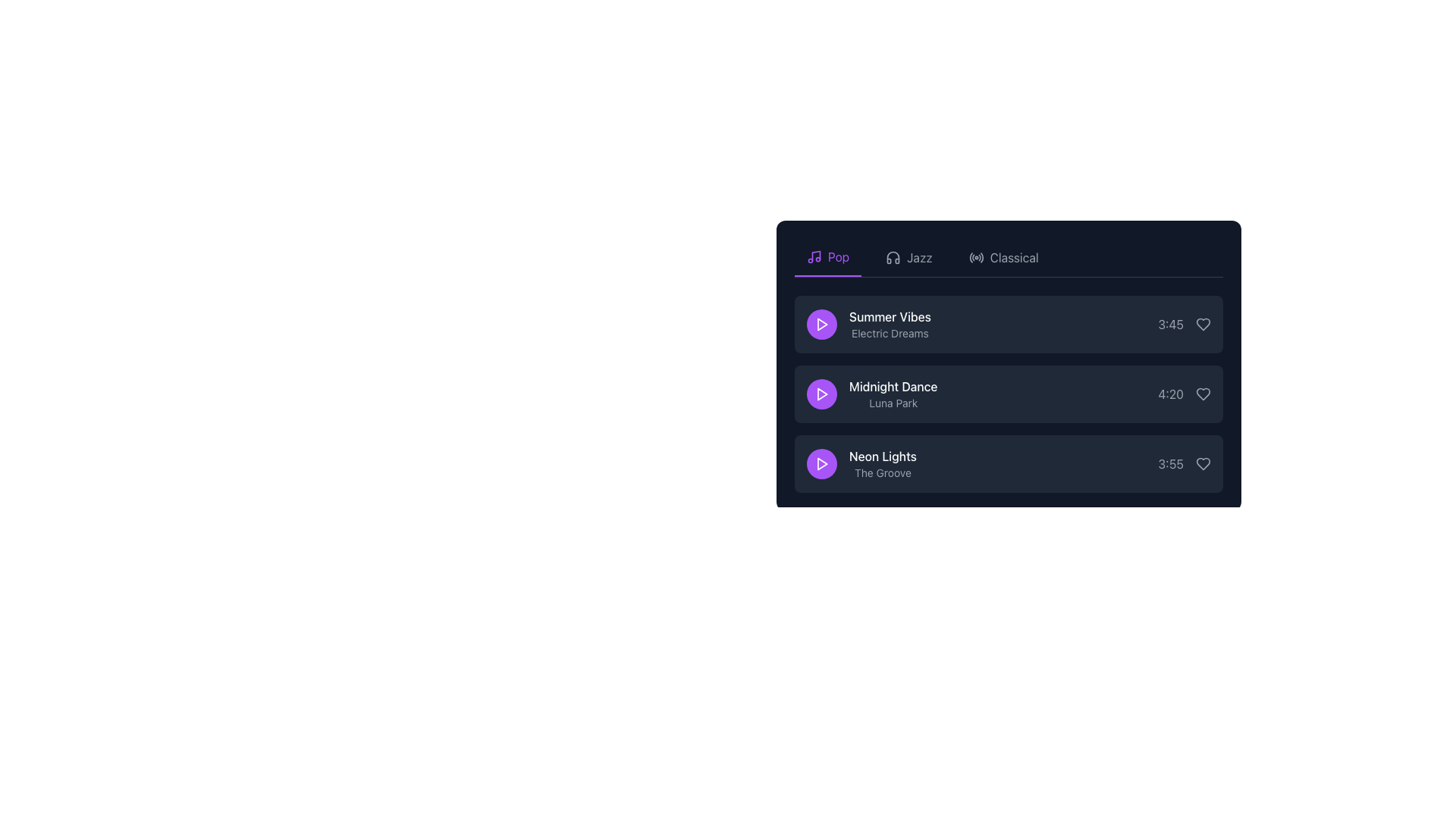 The image size is (1456, 819). I want to click on the light gray headphone icon located within the 'Jazz' navigation button at the top of the interface, positioned between the 'Pop' and 'Classical' buttons, so click(893, 256).